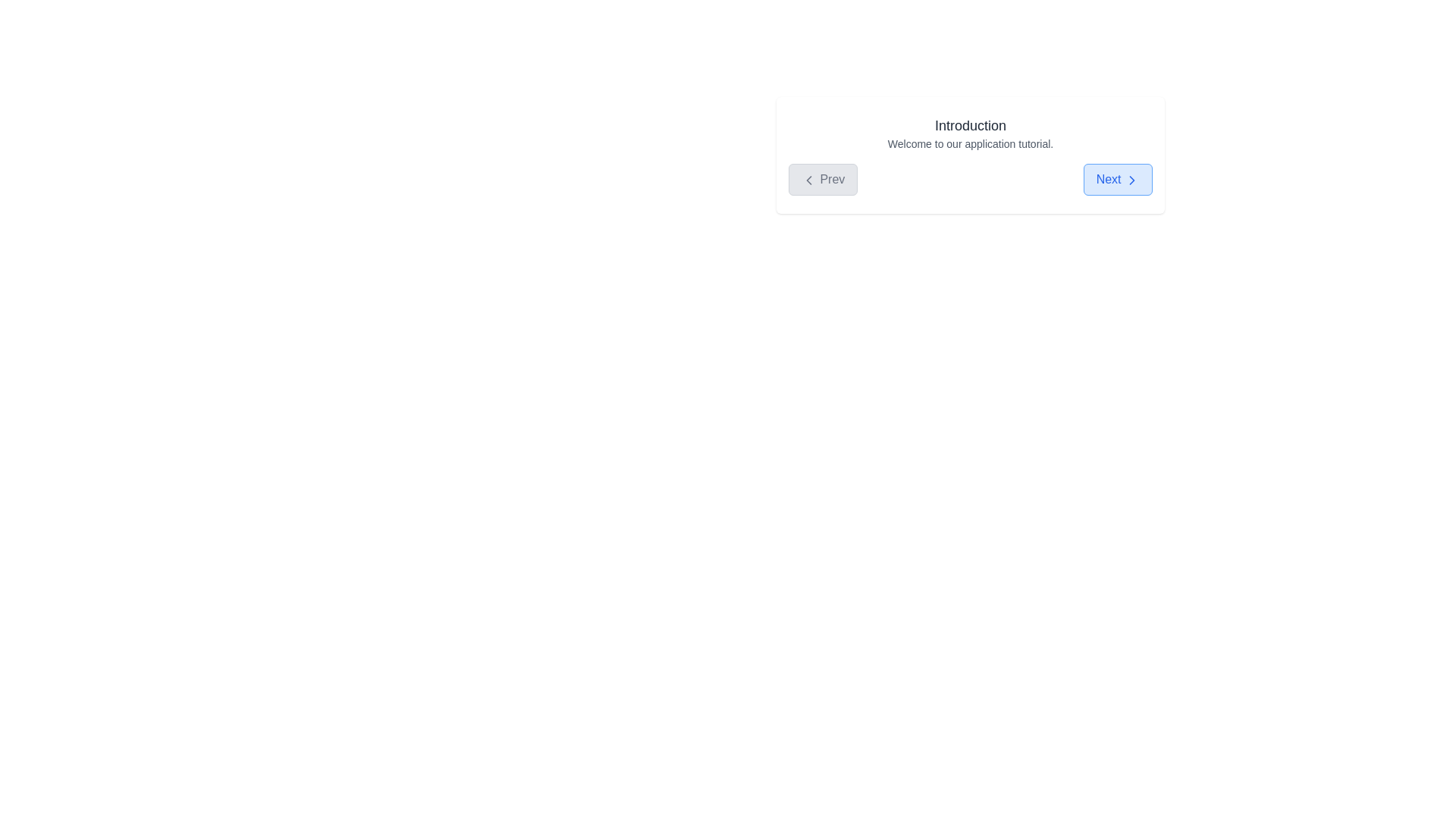 This screenshot has height=819, width=1456. Describe the element at coordinates (971, 143) in the screenshot. I see `introductory message text located below the 'Introduction' text in the application tutorial` at that location.